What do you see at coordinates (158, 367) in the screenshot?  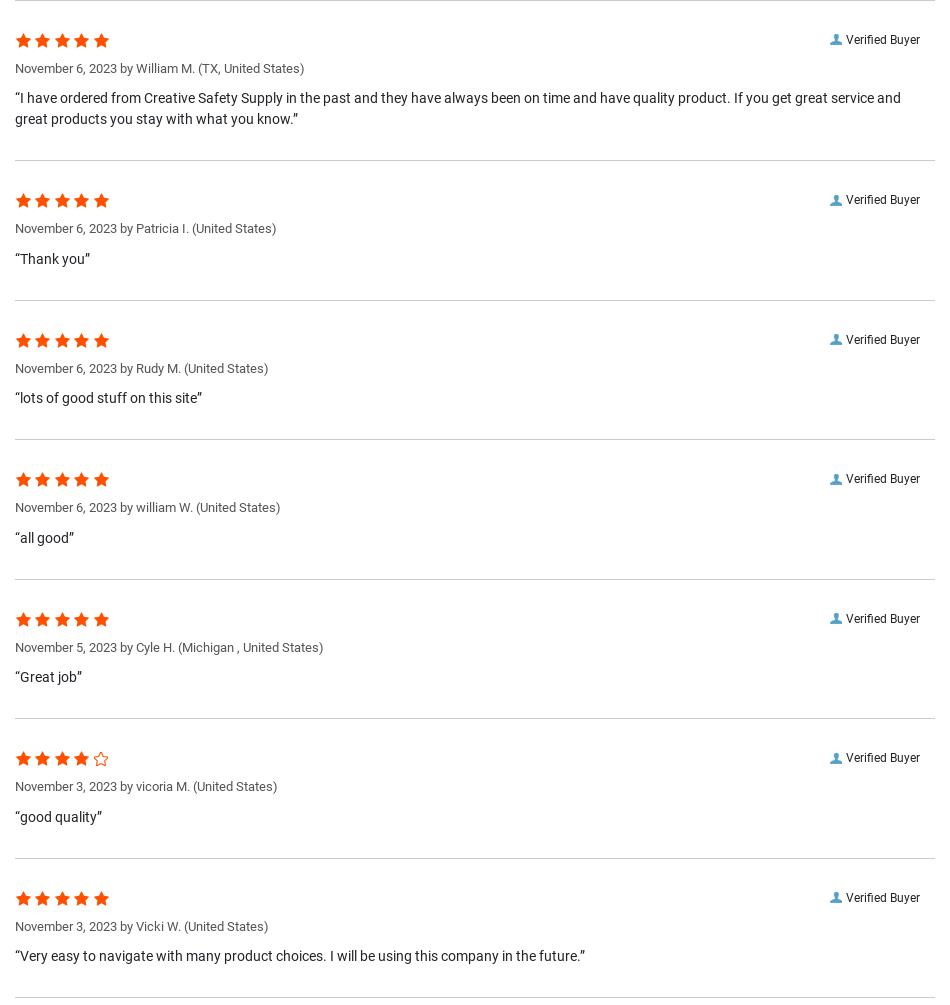 I see `'Rudy M.'` at bounding box center [158, 367].